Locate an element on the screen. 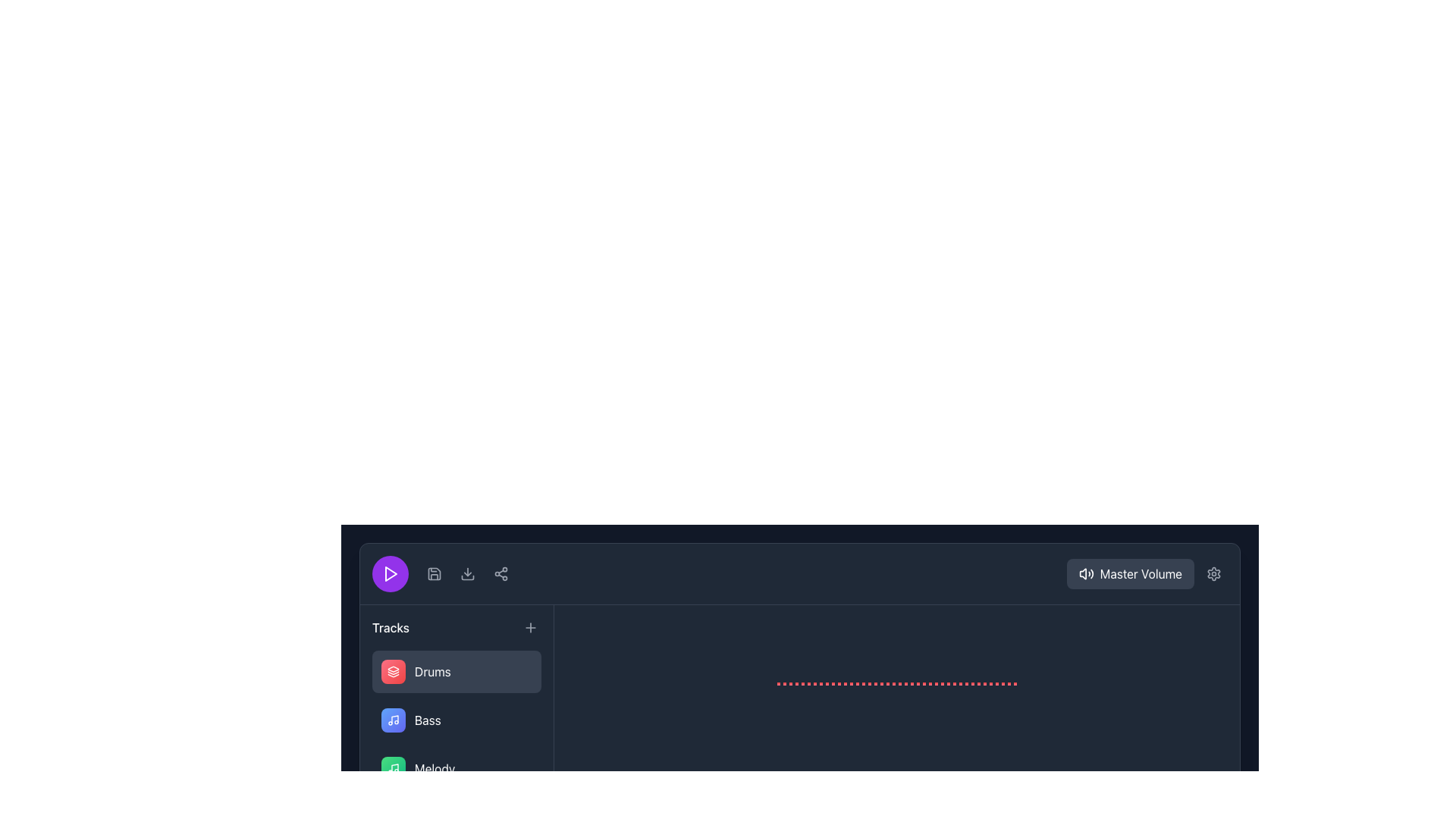 Image resolution: width=1456 pixels, height=819 pixels. the download icon is located at coordinates (467, 573).